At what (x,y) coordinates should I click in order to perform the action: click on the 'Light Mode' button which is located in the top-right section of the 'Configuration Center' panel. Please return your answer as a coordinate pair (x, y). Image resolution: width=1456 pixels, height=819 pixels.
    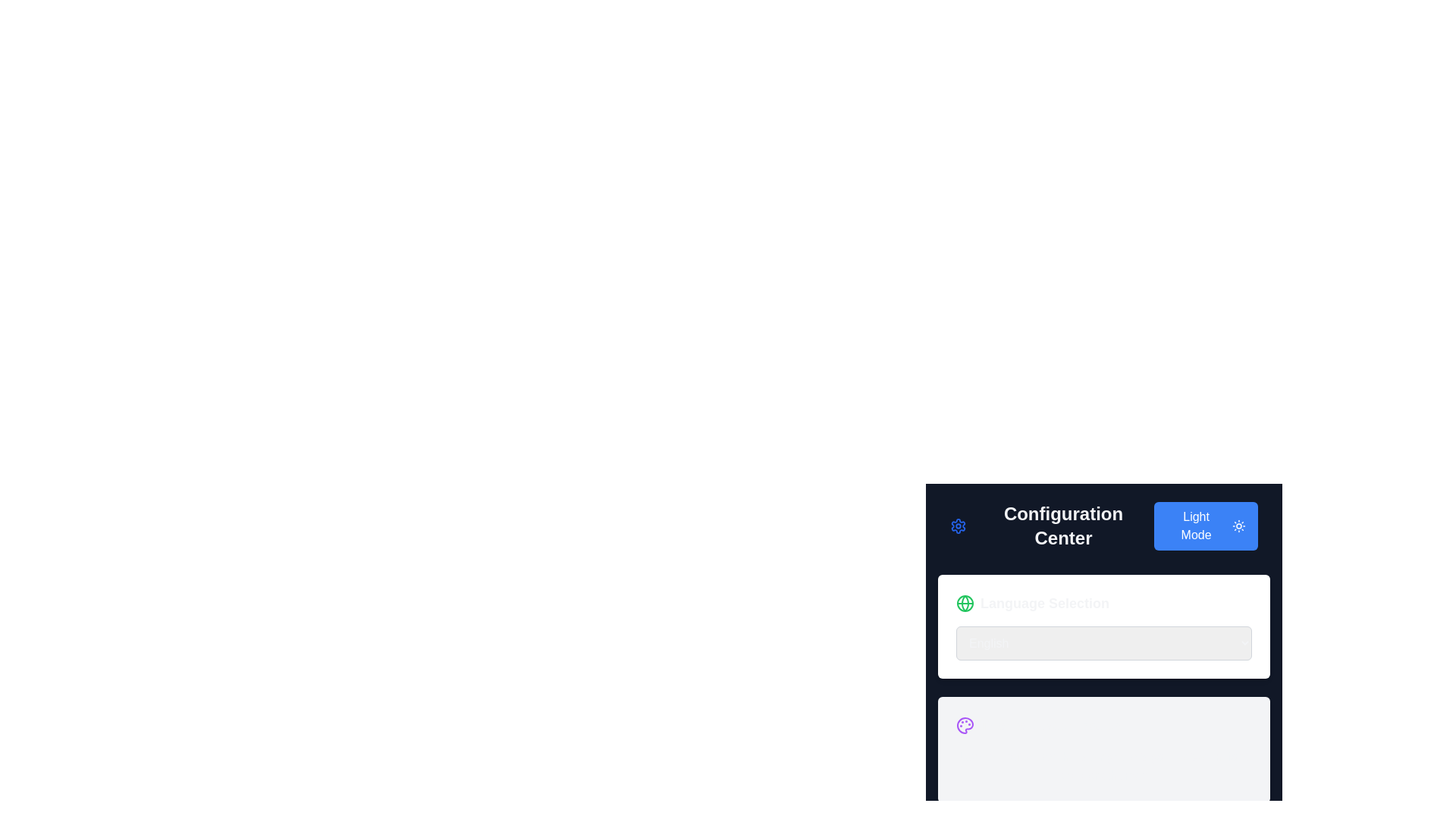
    Looking at the image, I should click on (1239, 526).